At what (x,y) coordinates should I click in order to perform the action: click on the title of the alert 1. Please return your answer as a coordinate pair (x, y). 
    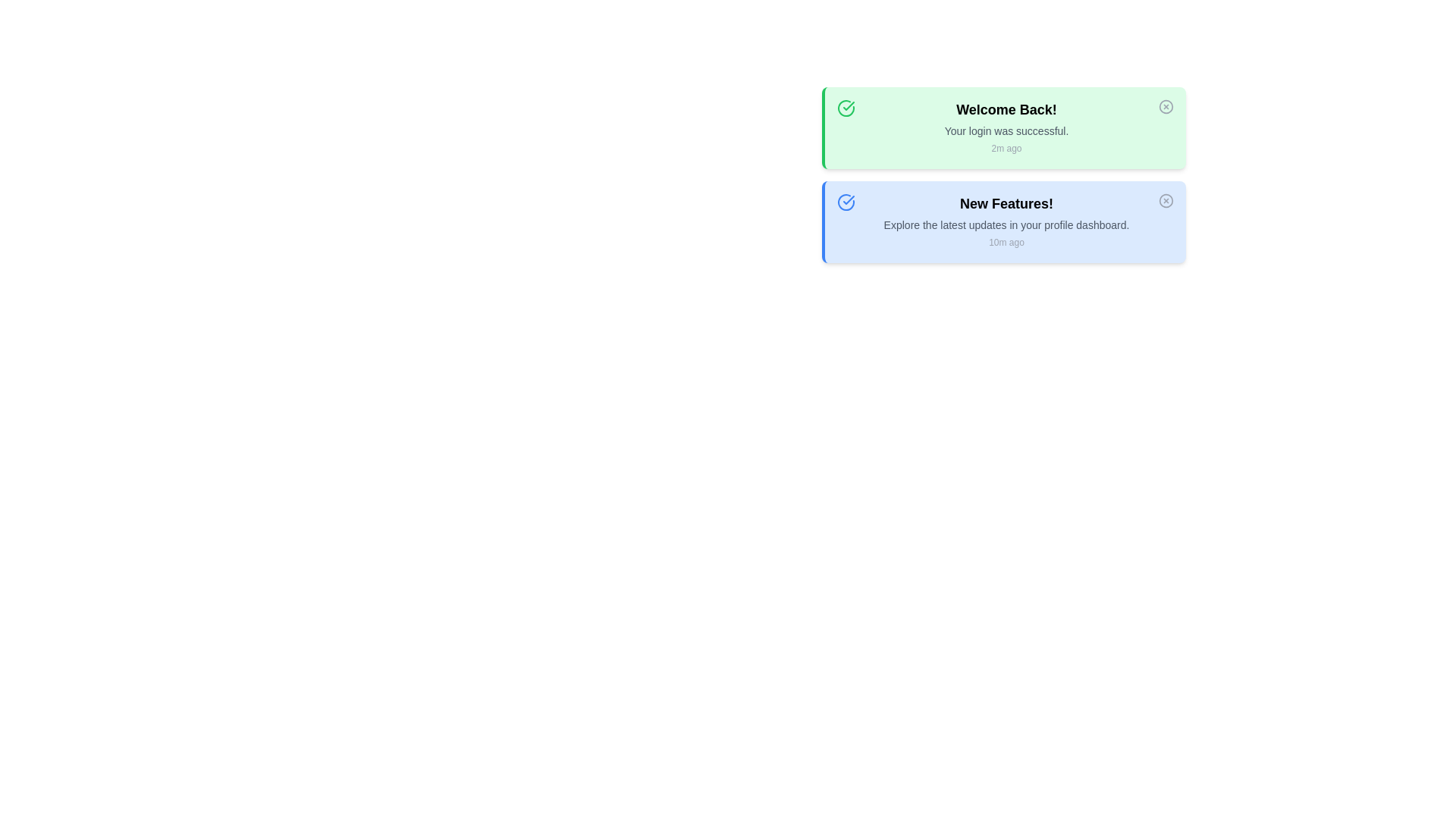
    Looking at the image, I should click on (1006, 109).